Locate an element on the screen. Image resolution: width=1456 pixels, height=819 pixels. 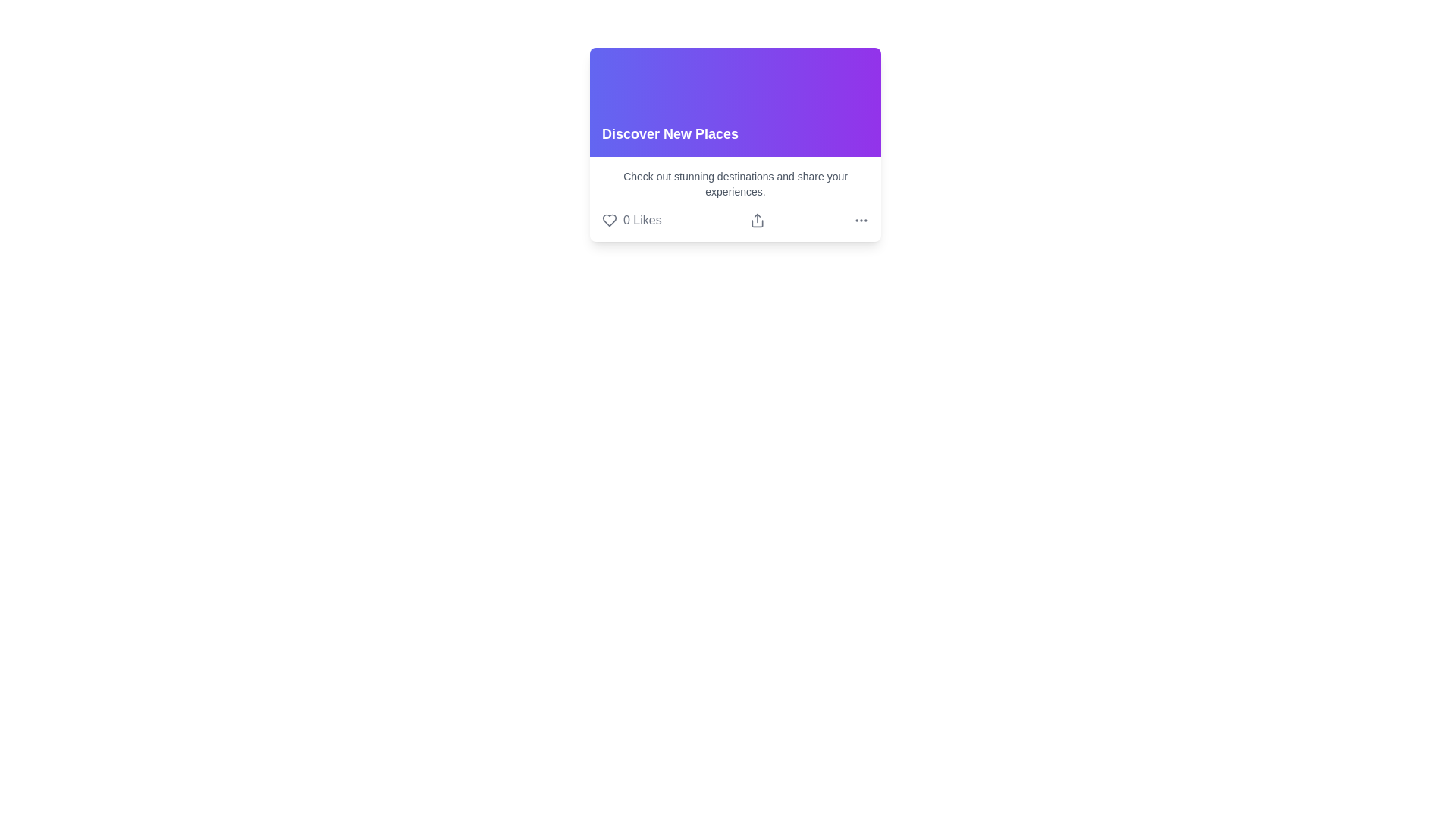
the outlined heart icon located to the left of the text '0 Likes' at the bottom left section of the card interface is located at coordinates (610, 220).